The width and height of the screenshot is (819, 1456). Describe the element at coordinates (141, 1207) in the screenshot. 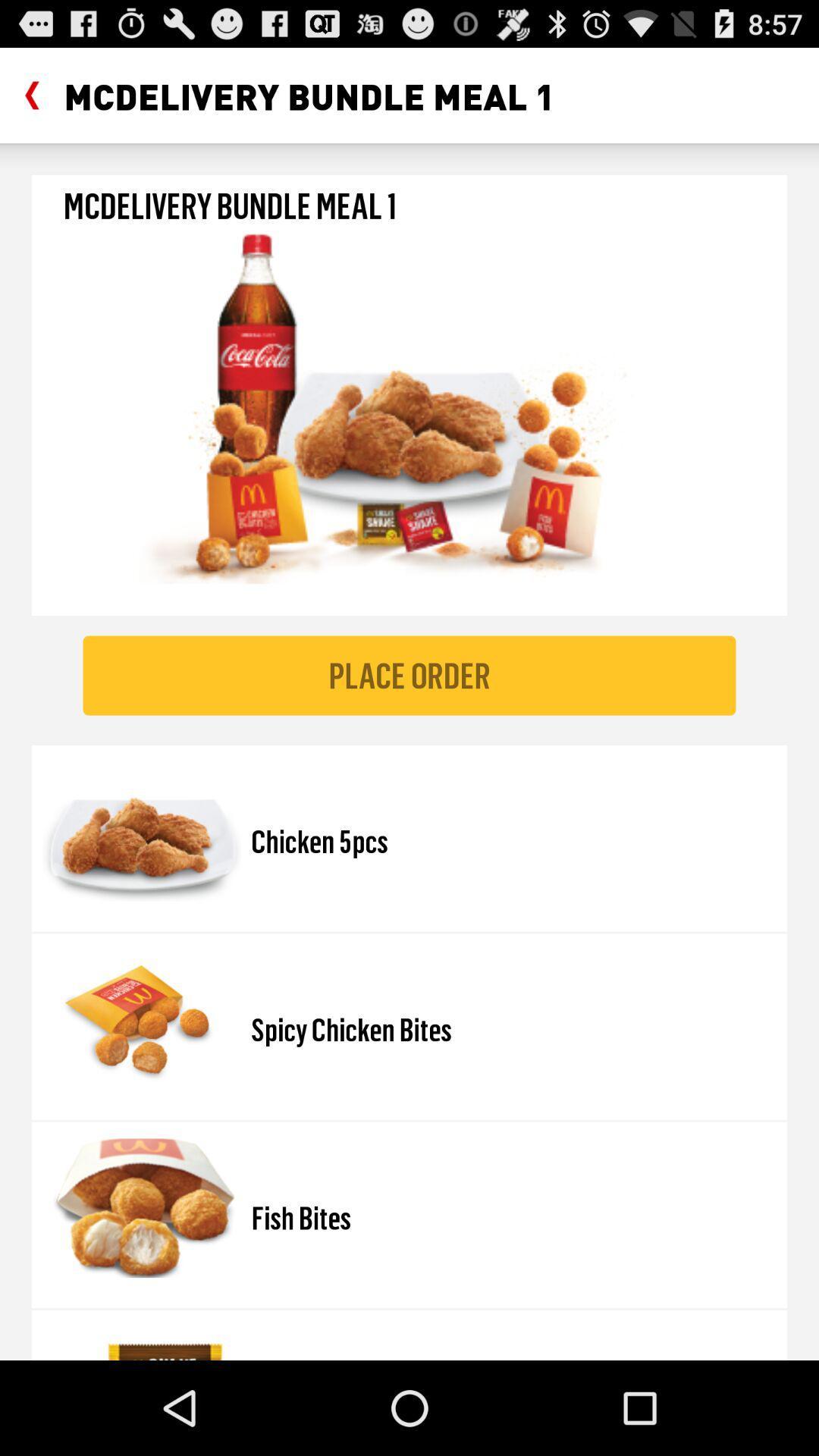

I see `the third image in place order from the top` at that location.